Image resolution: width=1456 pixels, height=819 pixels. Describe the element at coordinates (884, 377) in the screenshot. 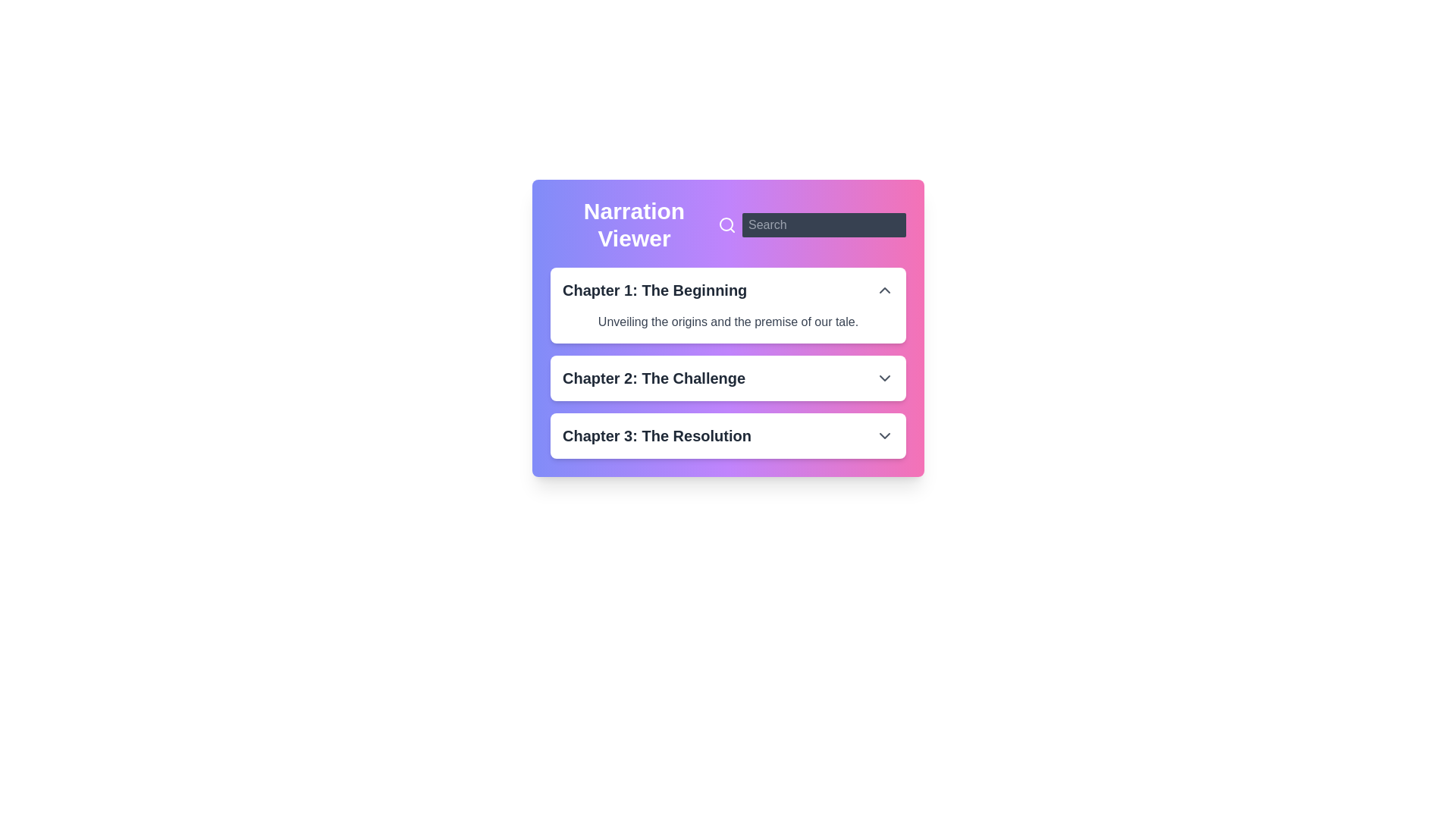

I see `the chevron icon button at the far right of the 'Chapter 2: The Challenge' header` at that location.